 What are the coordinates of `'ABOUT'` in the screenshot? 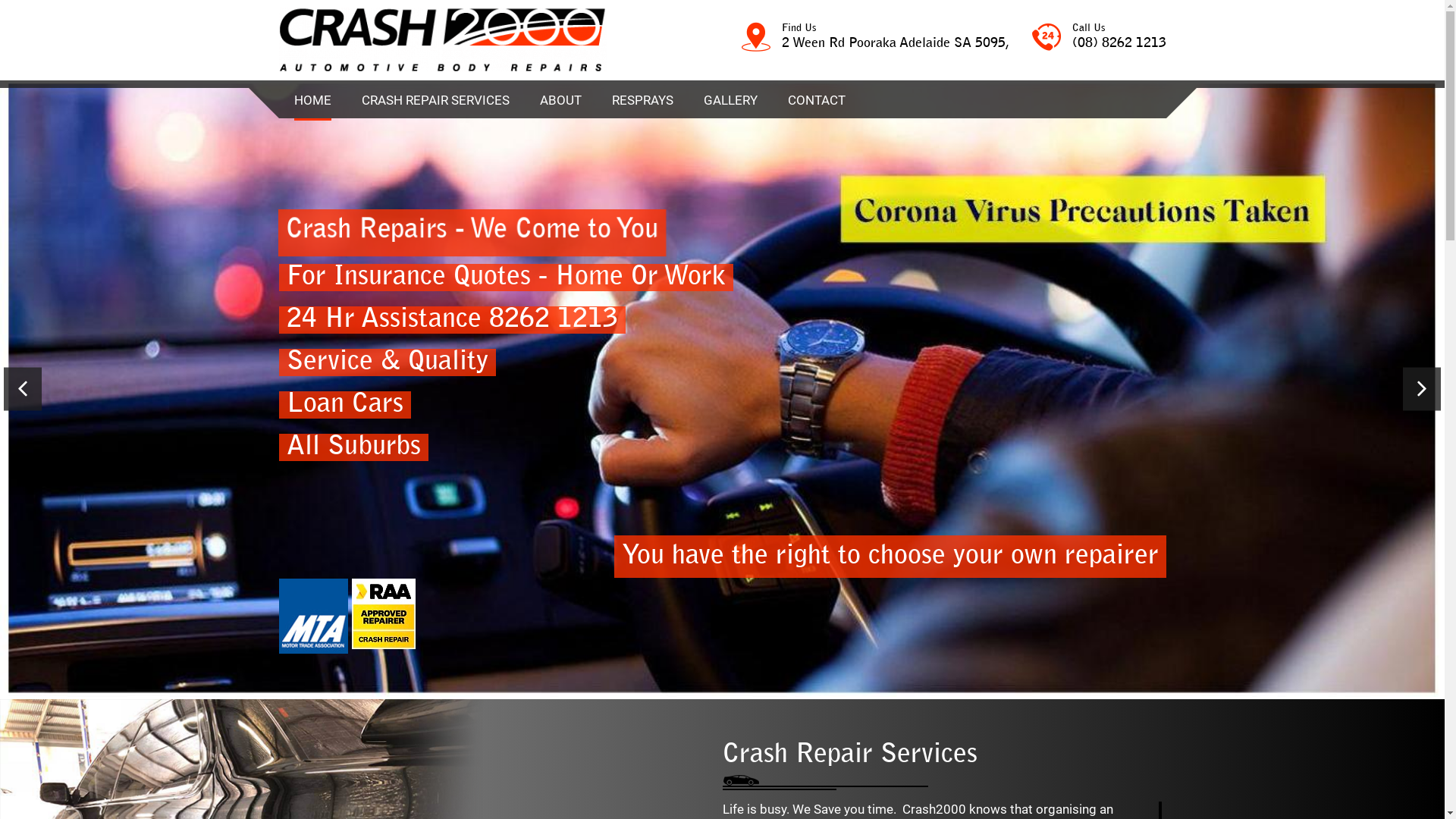 It's located at (560, 99).